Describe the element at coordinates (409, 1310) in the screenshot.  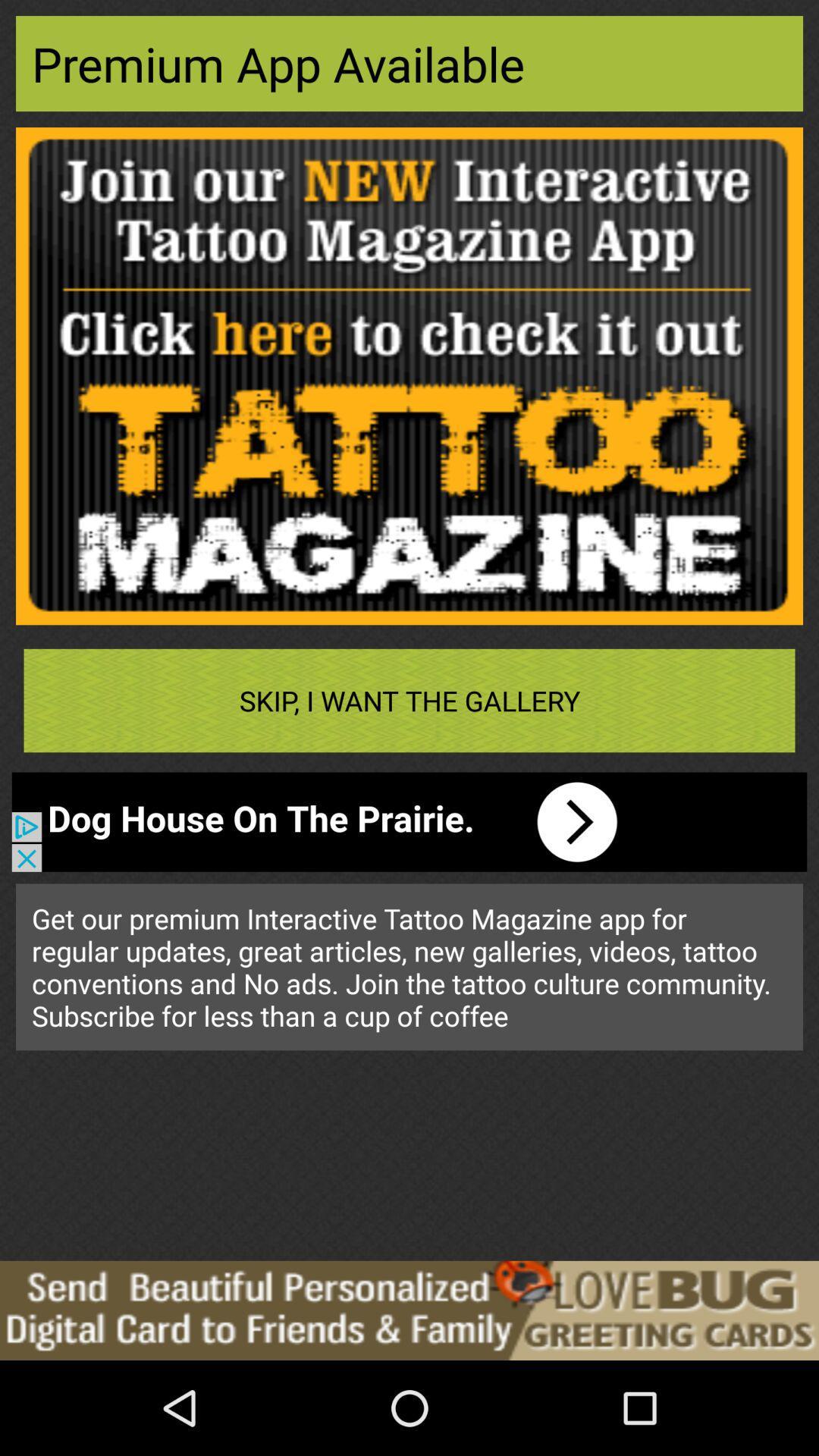
I see `click on the advertisement` at that location.